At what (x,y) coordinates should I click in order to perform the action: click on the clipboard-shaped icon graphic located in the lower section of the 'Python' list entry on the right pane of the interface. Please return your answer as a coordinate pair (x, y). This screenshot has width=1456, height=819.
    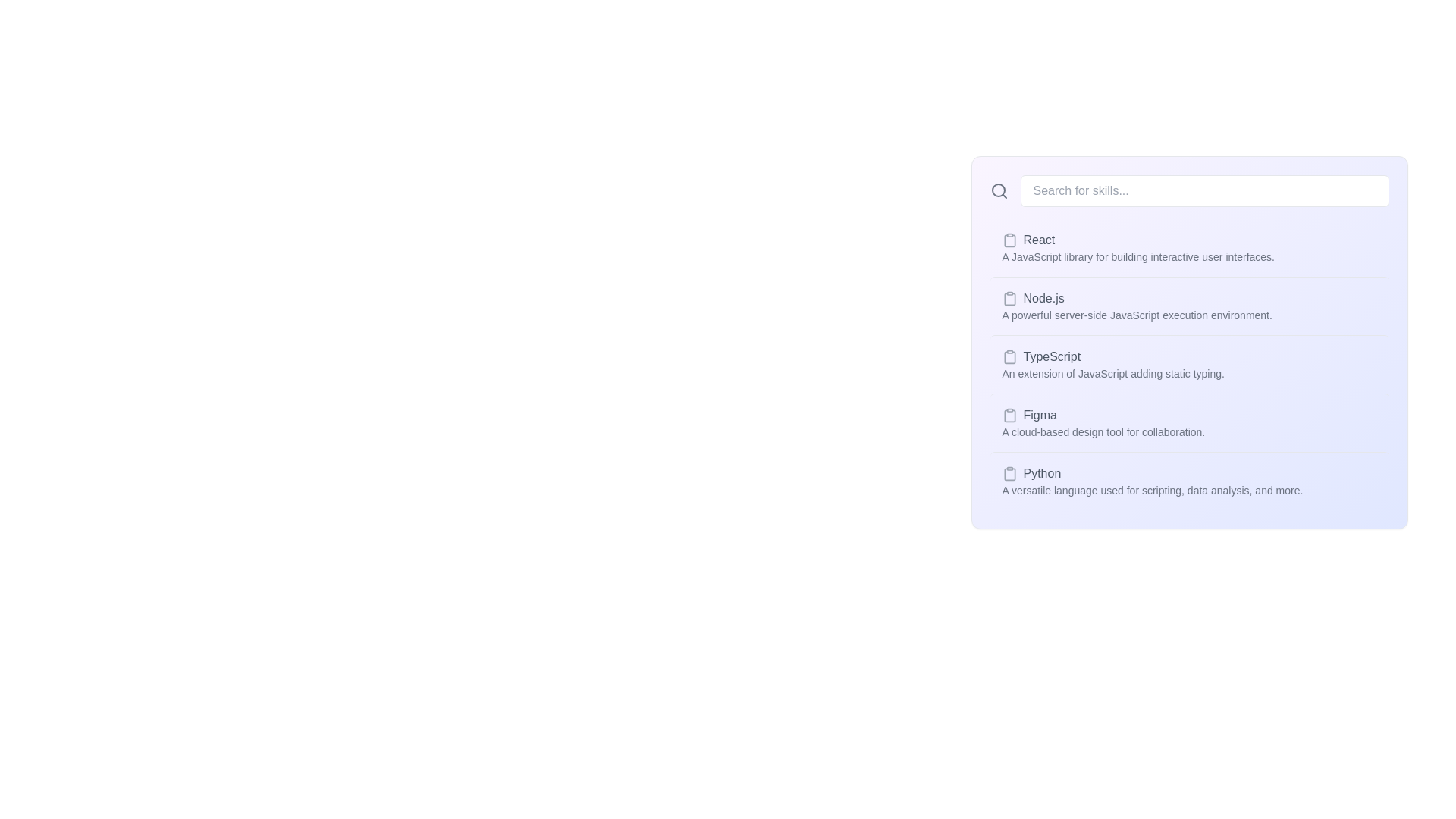
    Looking at the image, I should click on (1009, 473).